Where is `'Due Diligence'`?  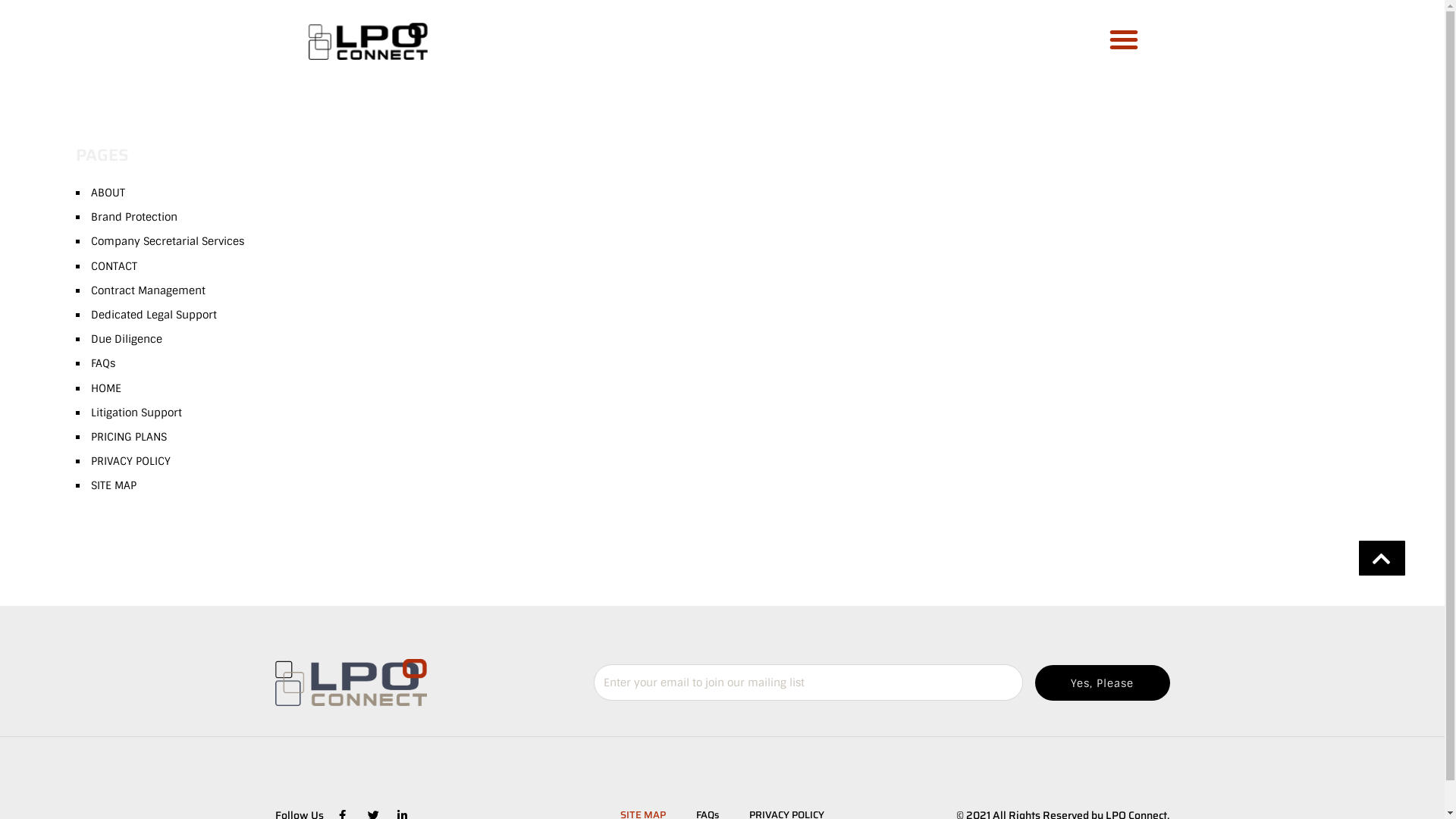 'Due Diligence' is located at coordinates (127, 338).